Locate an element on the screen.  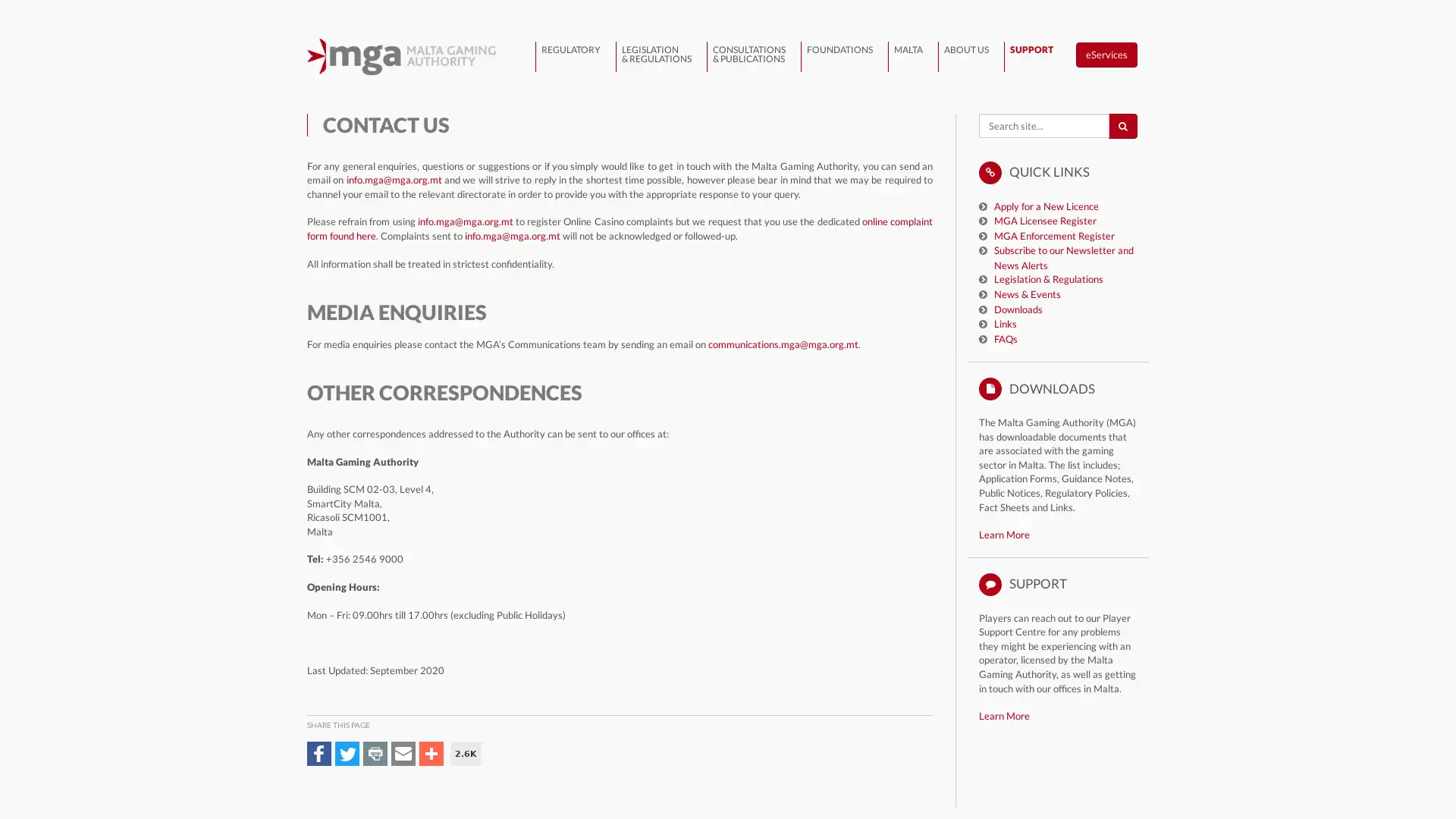
Share to Twitter is located at coordinates (346, 754).